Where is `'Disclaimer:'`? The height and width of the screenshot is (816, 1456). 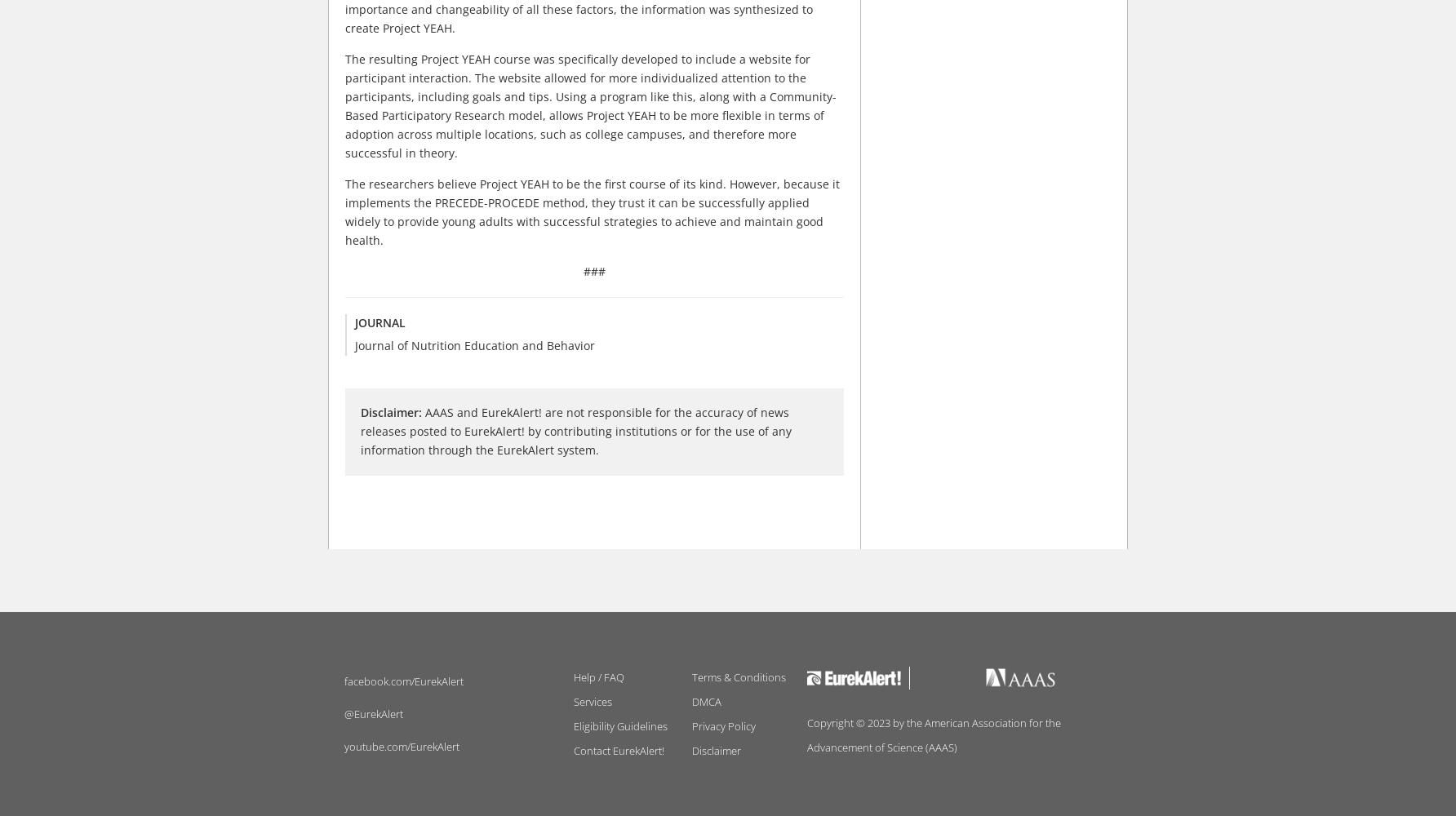 'Disclaimer:' is located at coordinates (360, 413).